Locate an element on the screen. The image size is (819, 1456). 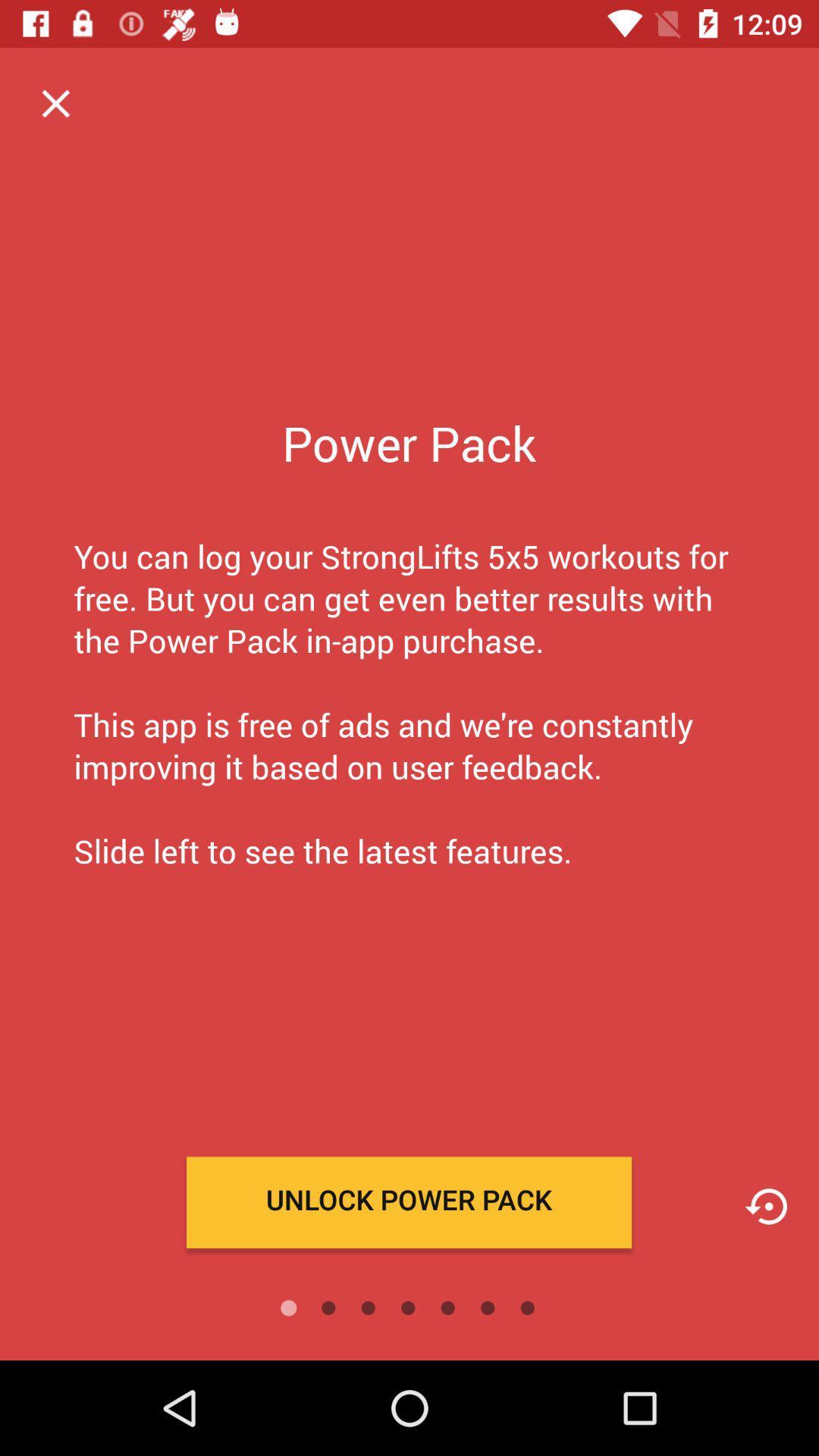
the close icon is located at coordinates (55, 102).